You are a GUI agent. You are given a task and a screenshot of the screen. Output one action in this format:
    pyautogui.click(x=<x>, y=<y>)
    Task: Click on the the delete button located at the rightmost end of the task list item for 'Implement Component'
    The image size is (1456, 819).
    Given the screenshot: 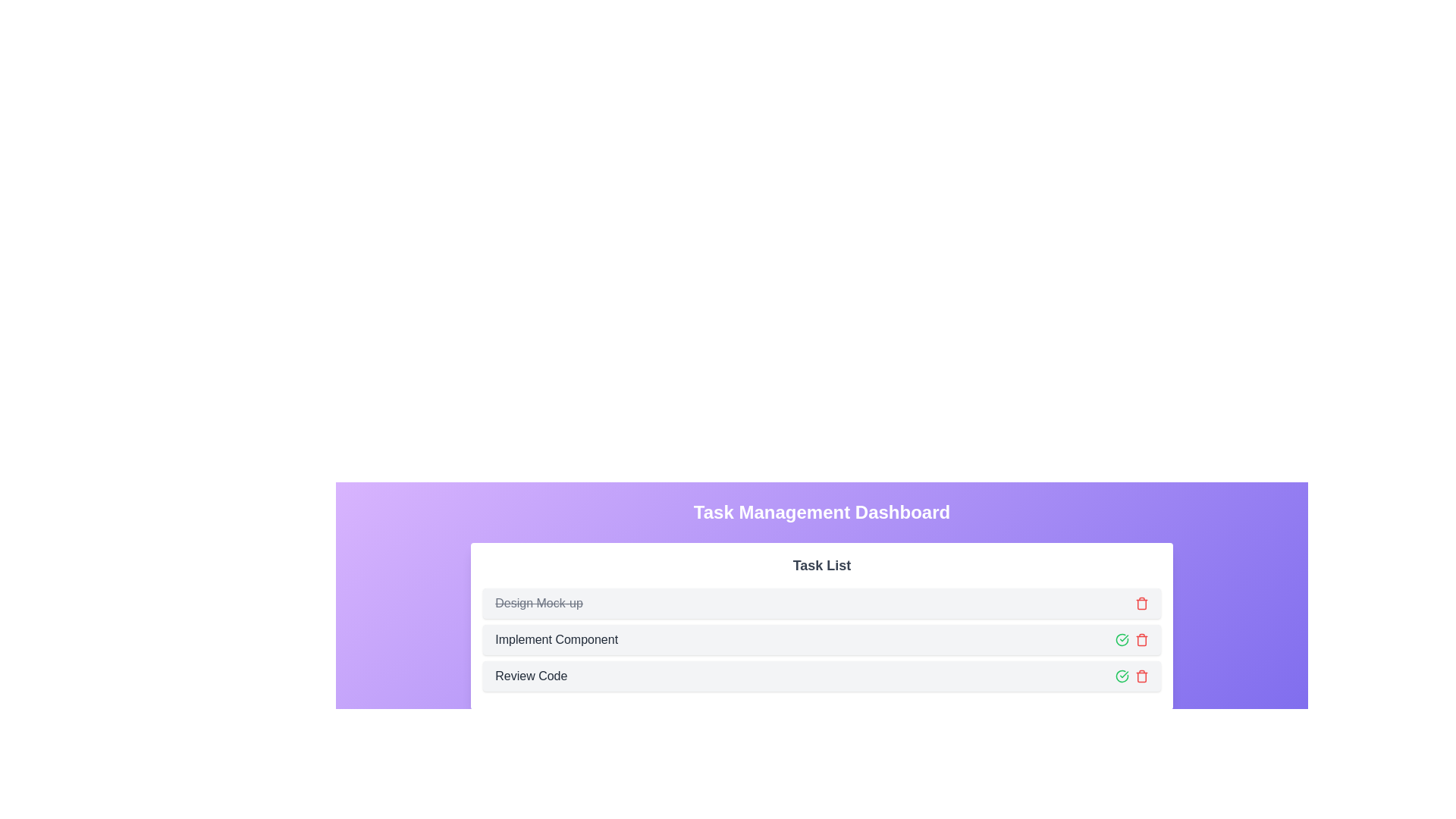 What is the action you would take?
    pyautogui.click(x=1141, y=675)
    